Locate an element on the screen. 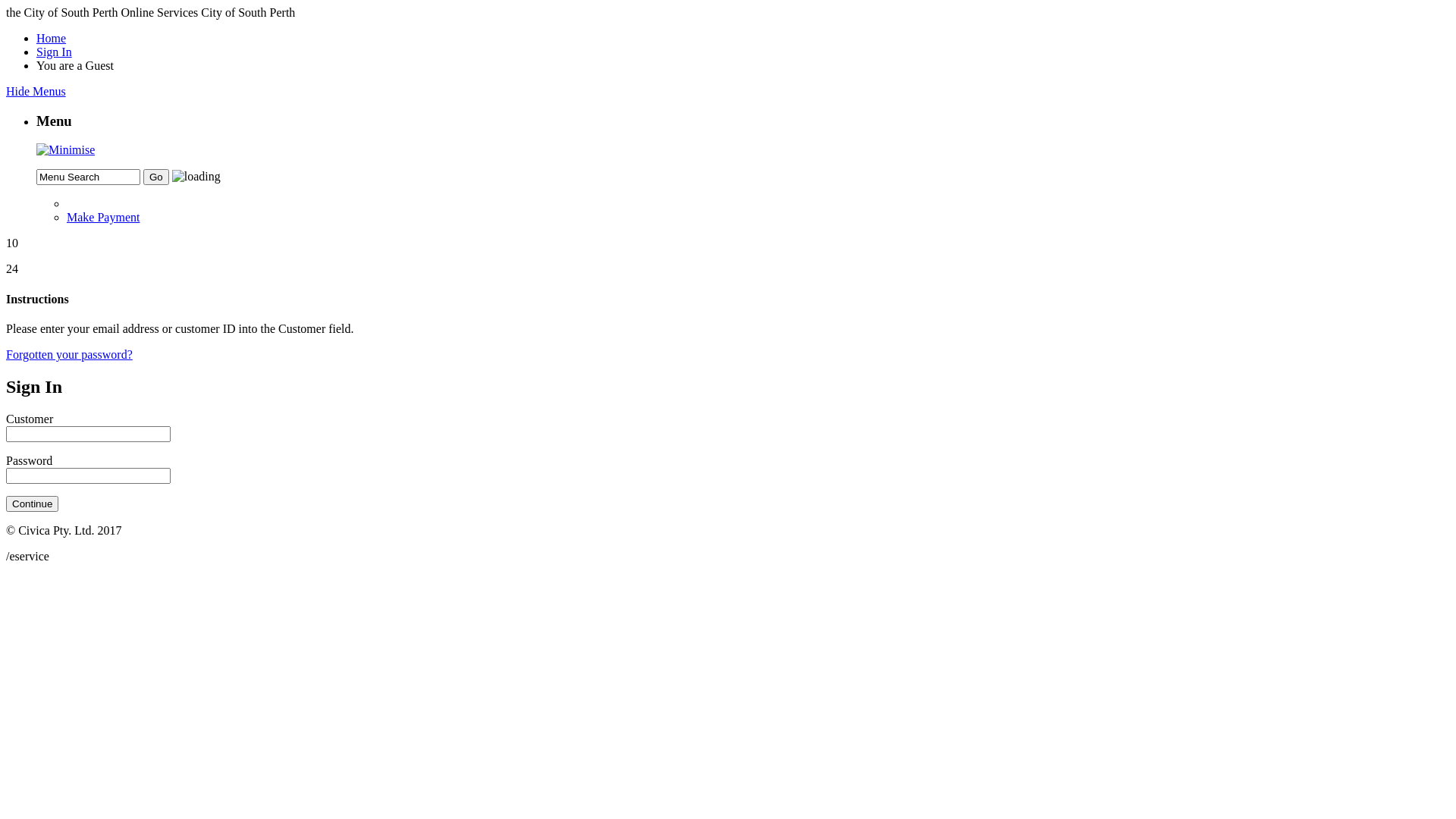 Image resolution: width=1456 pixels, height=819 pixels. 'Continue' is located at coordinates (32, 504).